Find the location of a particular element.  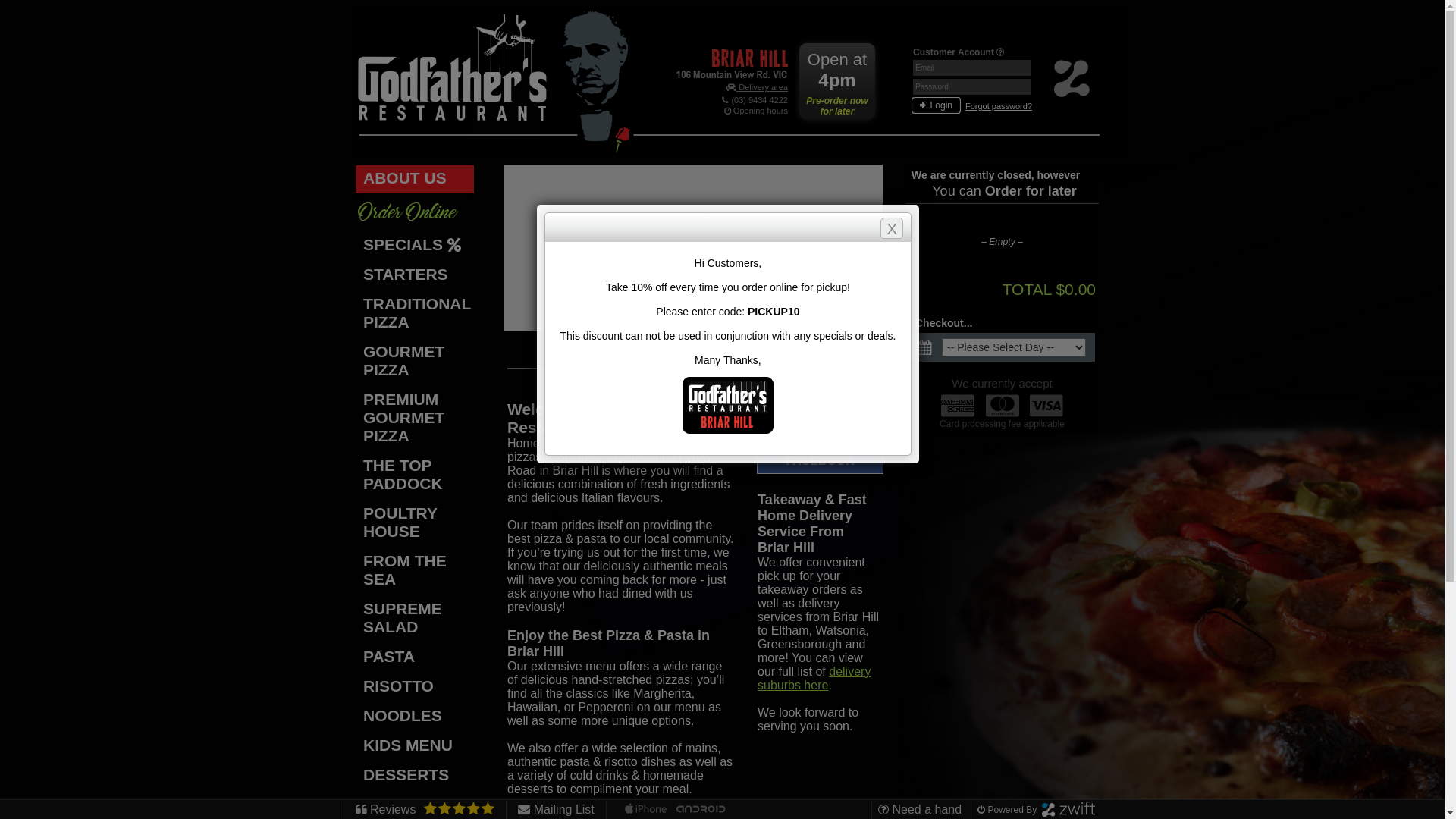

'KIDS MENU' is located at coordinates (415, 745).